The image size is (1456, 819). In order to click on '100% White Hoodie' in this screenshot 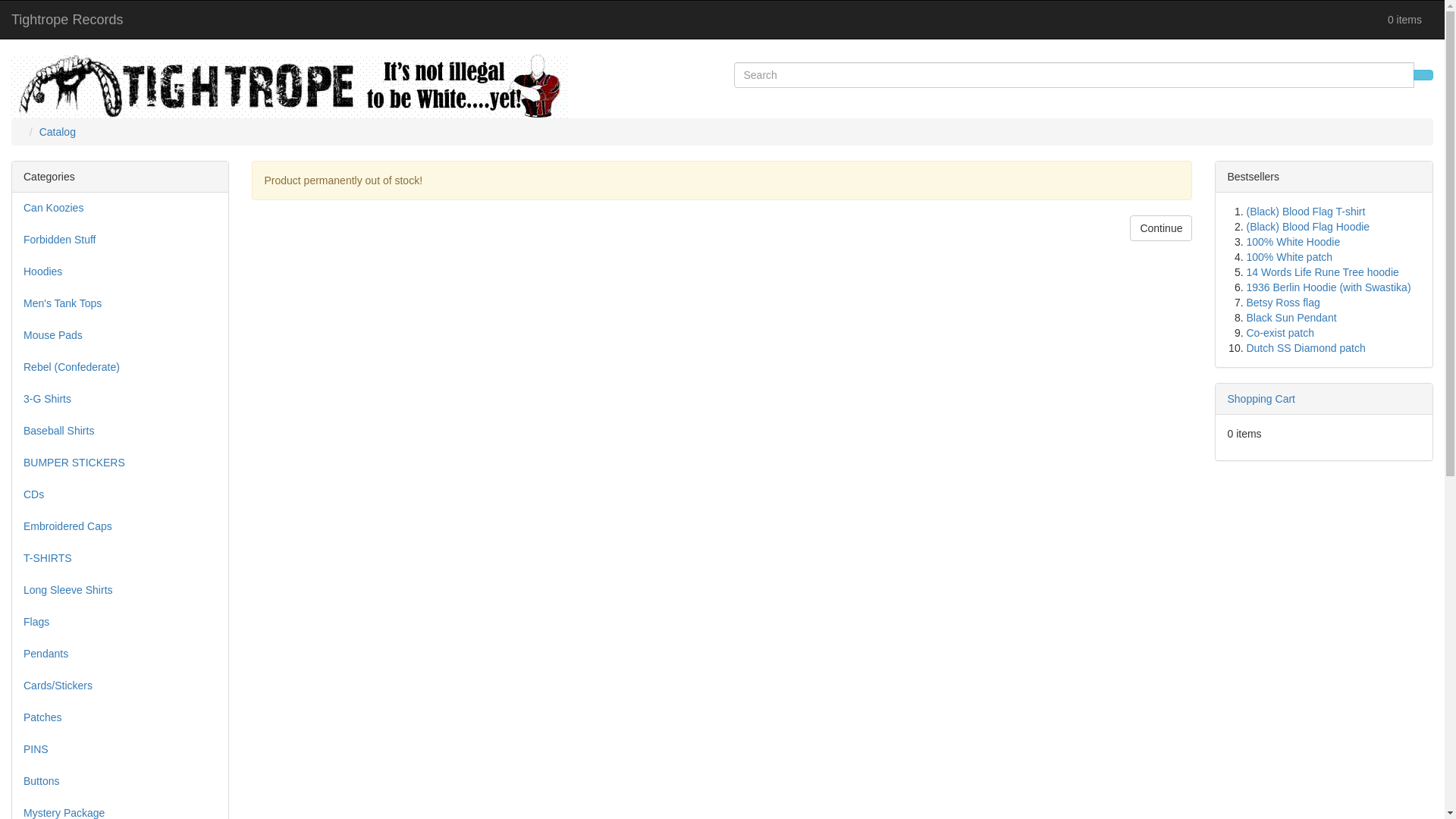, I will do `click(1291, 241)`.